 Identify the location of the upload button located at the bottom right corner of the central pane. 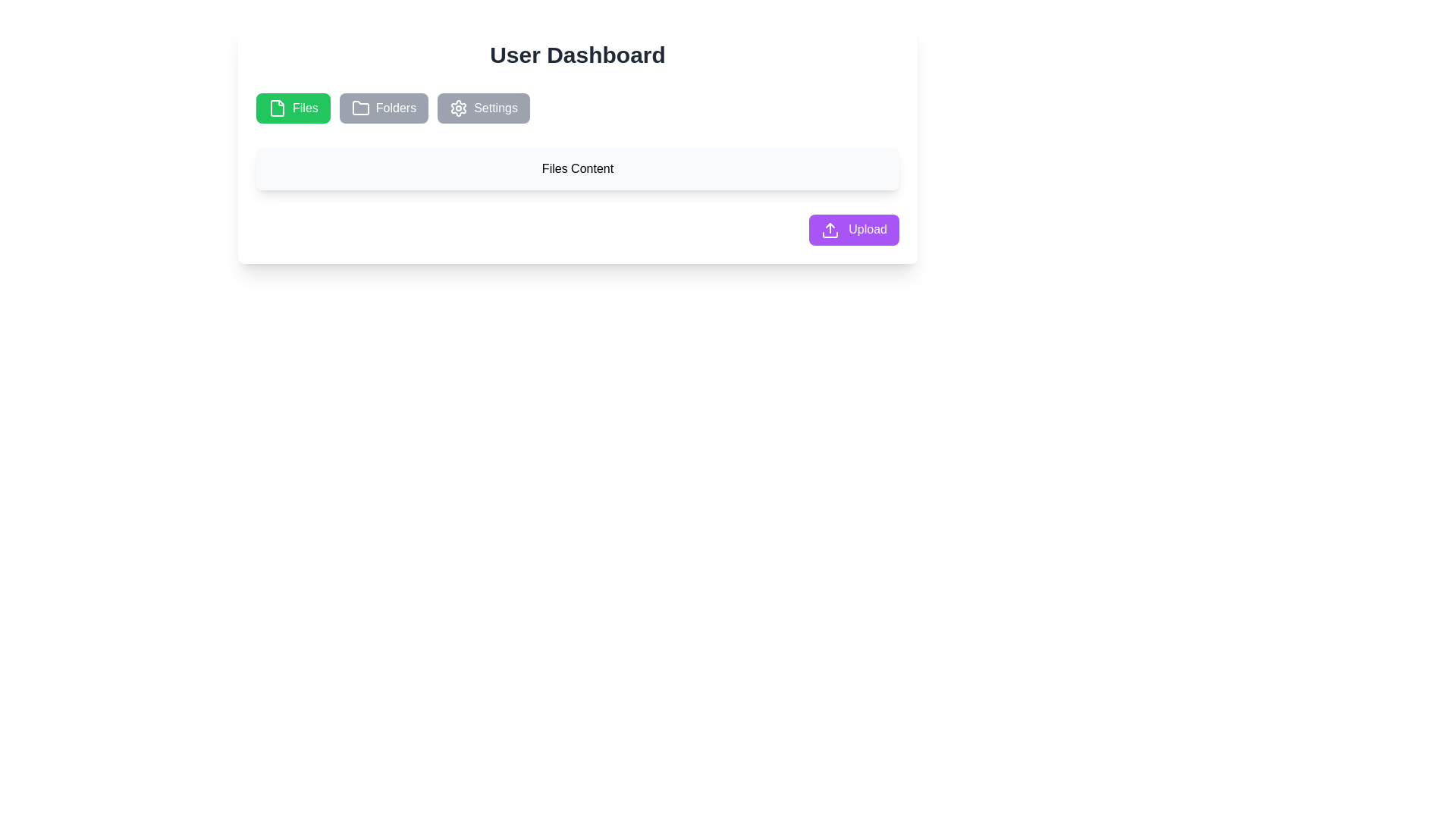
(854, 230).